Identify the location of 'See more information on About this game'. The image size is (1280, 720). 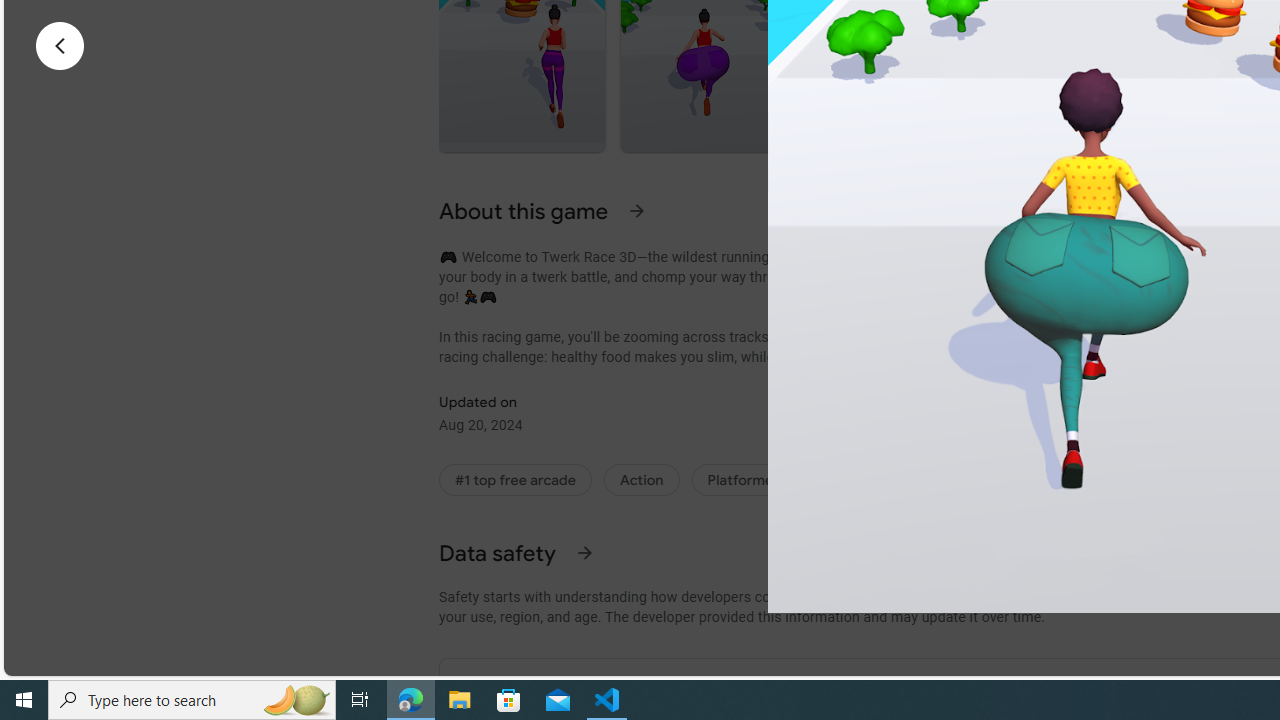
(636, 210).